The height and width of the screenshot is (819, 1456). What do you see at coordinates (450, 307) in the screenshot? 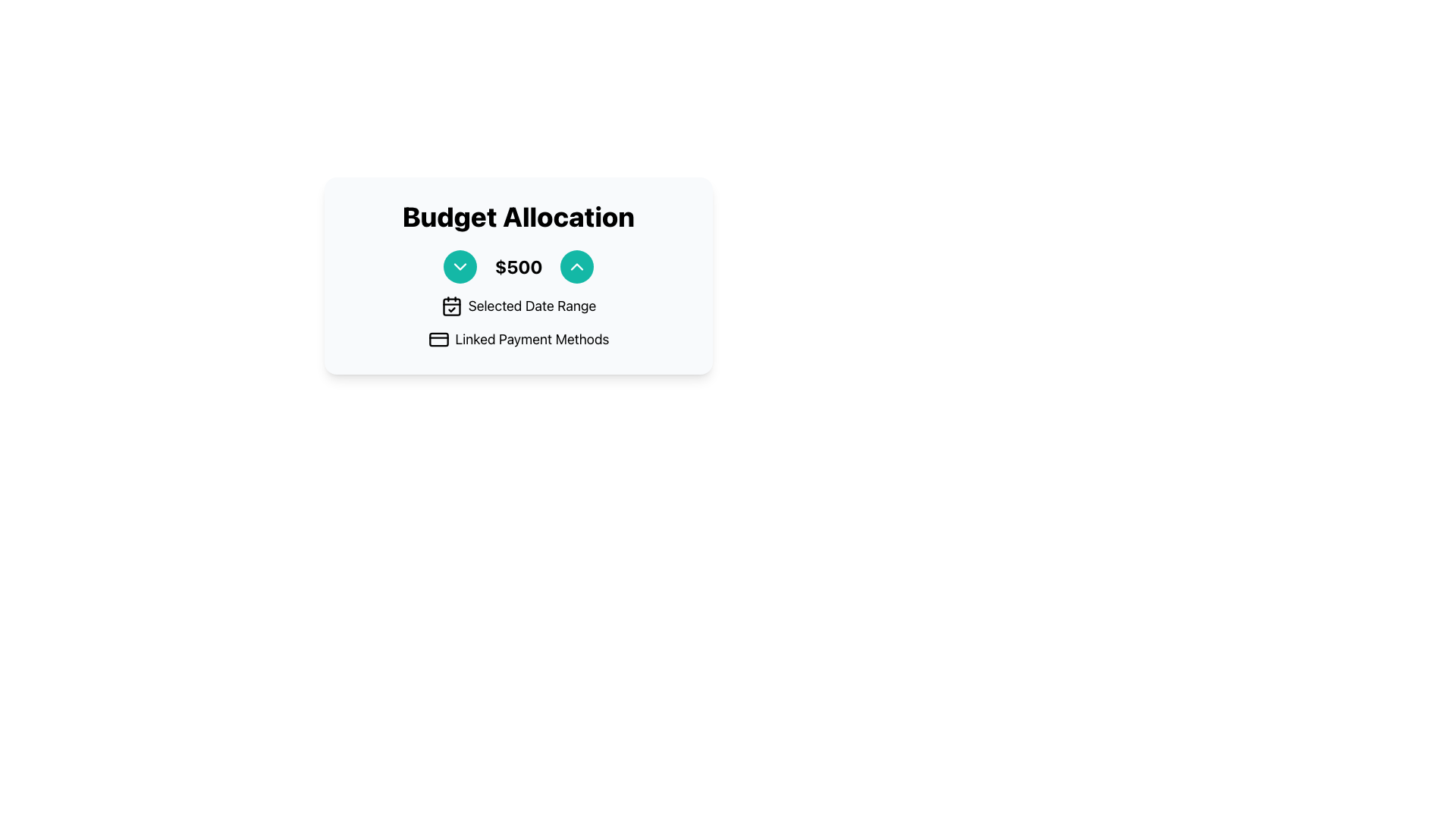
I see `the large rectangular background shape with rounded corners located centrally within the calendar icon design` at bounding box center [450, 307].